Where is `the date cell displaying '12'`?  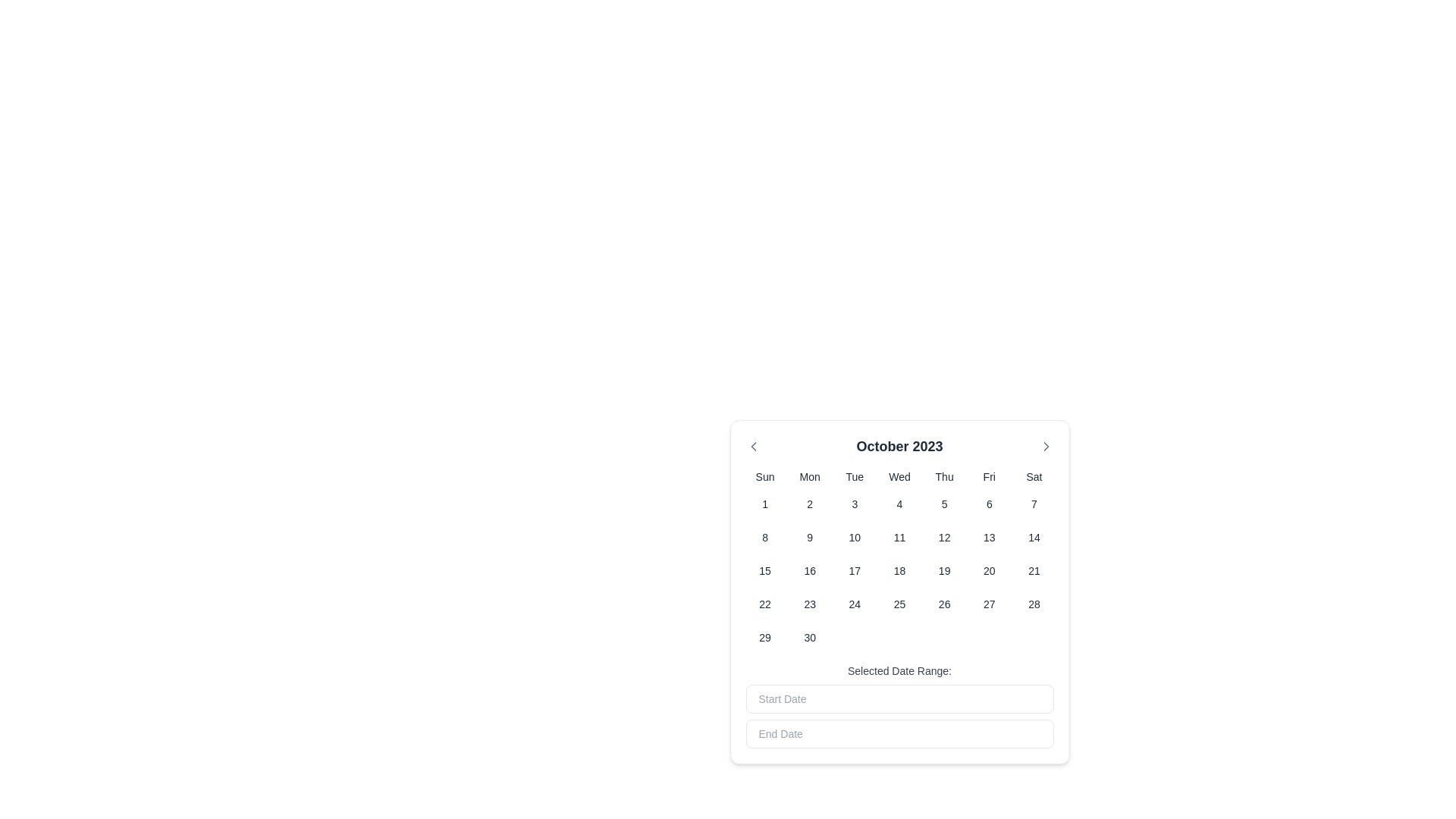 the date cell displaying '12' is located at coordinates (943, 537).